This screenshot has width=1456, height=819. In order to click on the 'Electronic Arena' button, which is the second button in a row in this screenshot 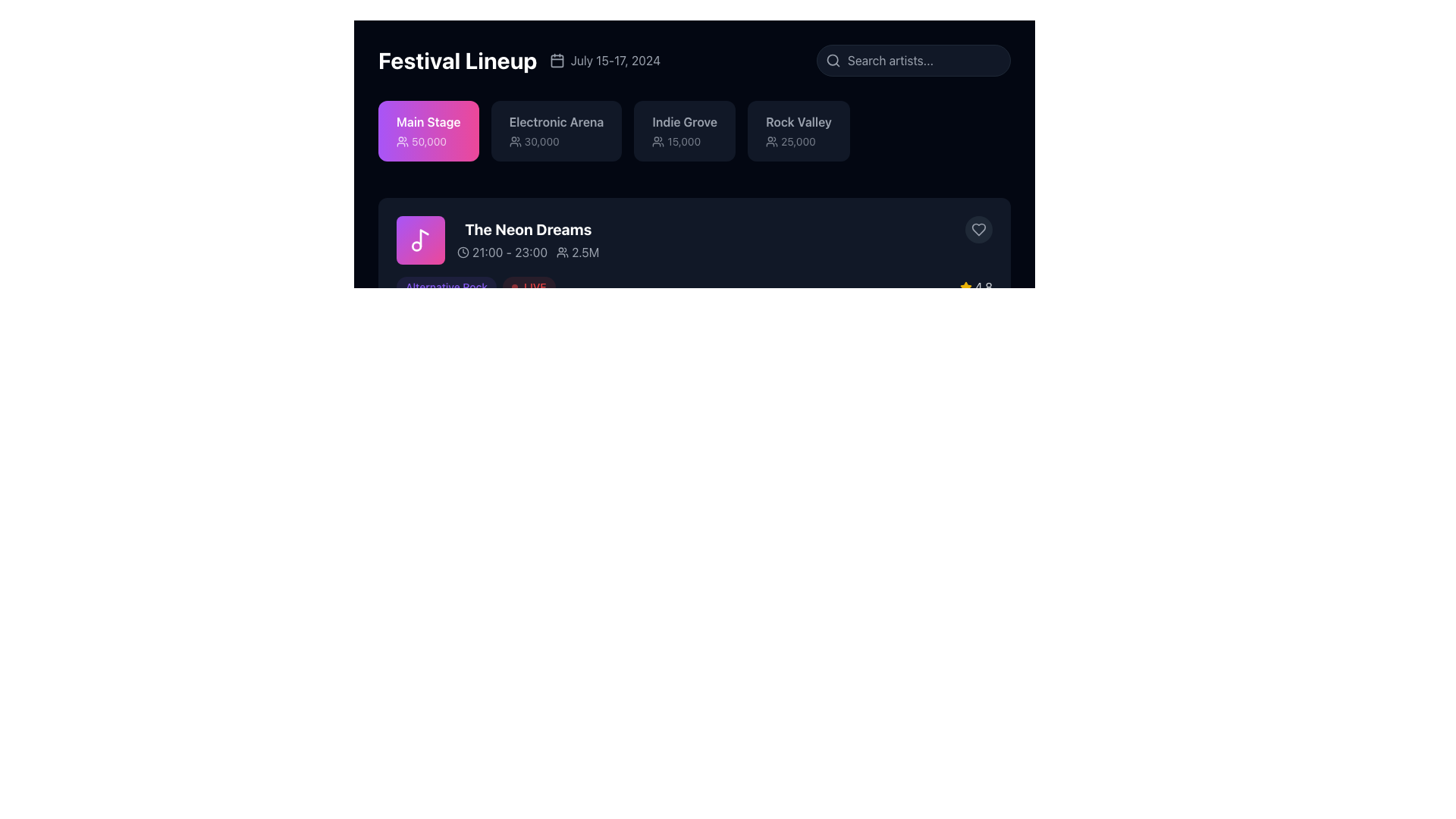, I will do `click(556, 130)`.